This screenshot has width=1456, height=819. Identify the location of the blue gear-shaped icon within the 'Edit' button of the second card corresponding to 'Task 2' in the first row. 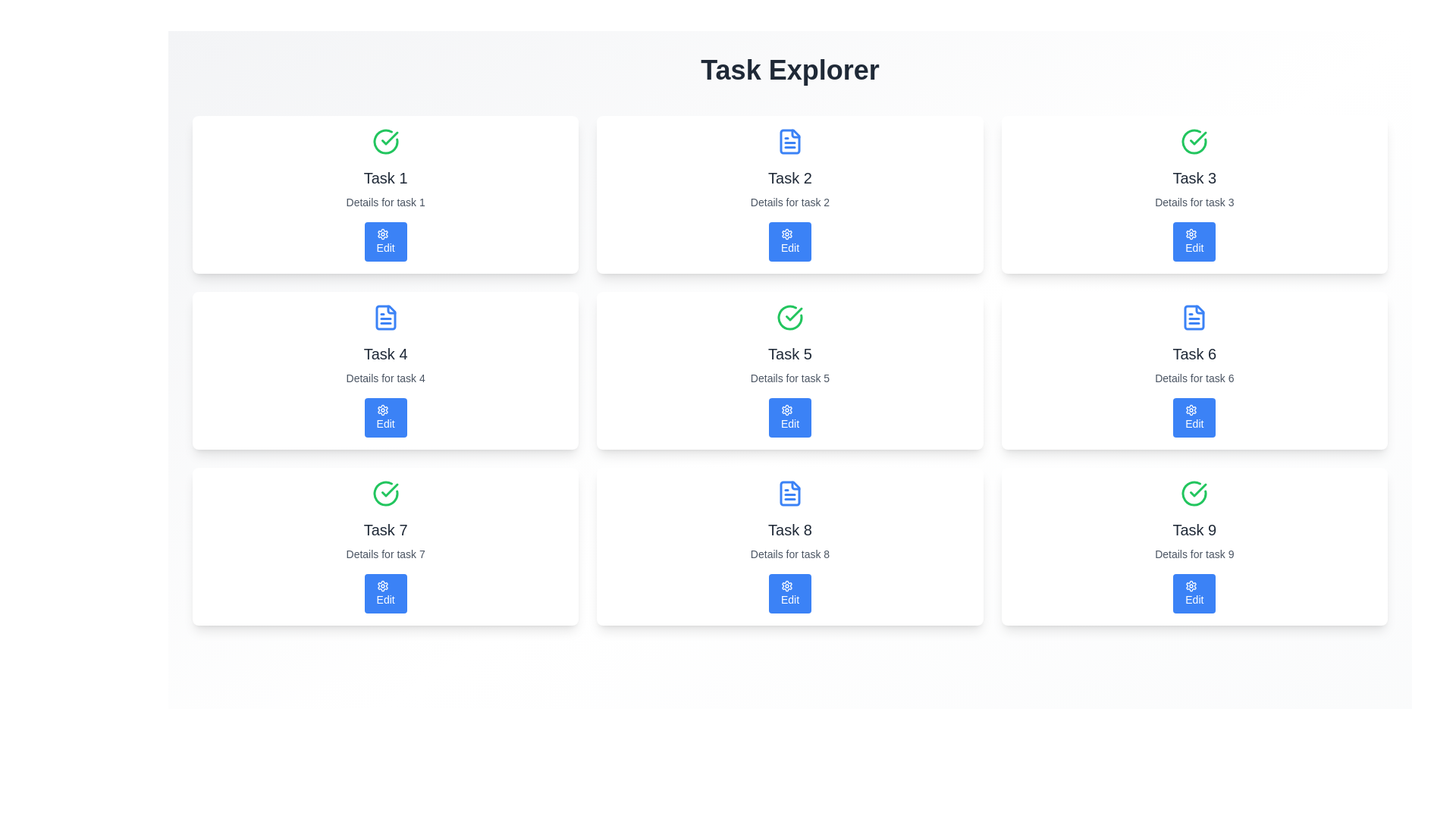
(786, 234).